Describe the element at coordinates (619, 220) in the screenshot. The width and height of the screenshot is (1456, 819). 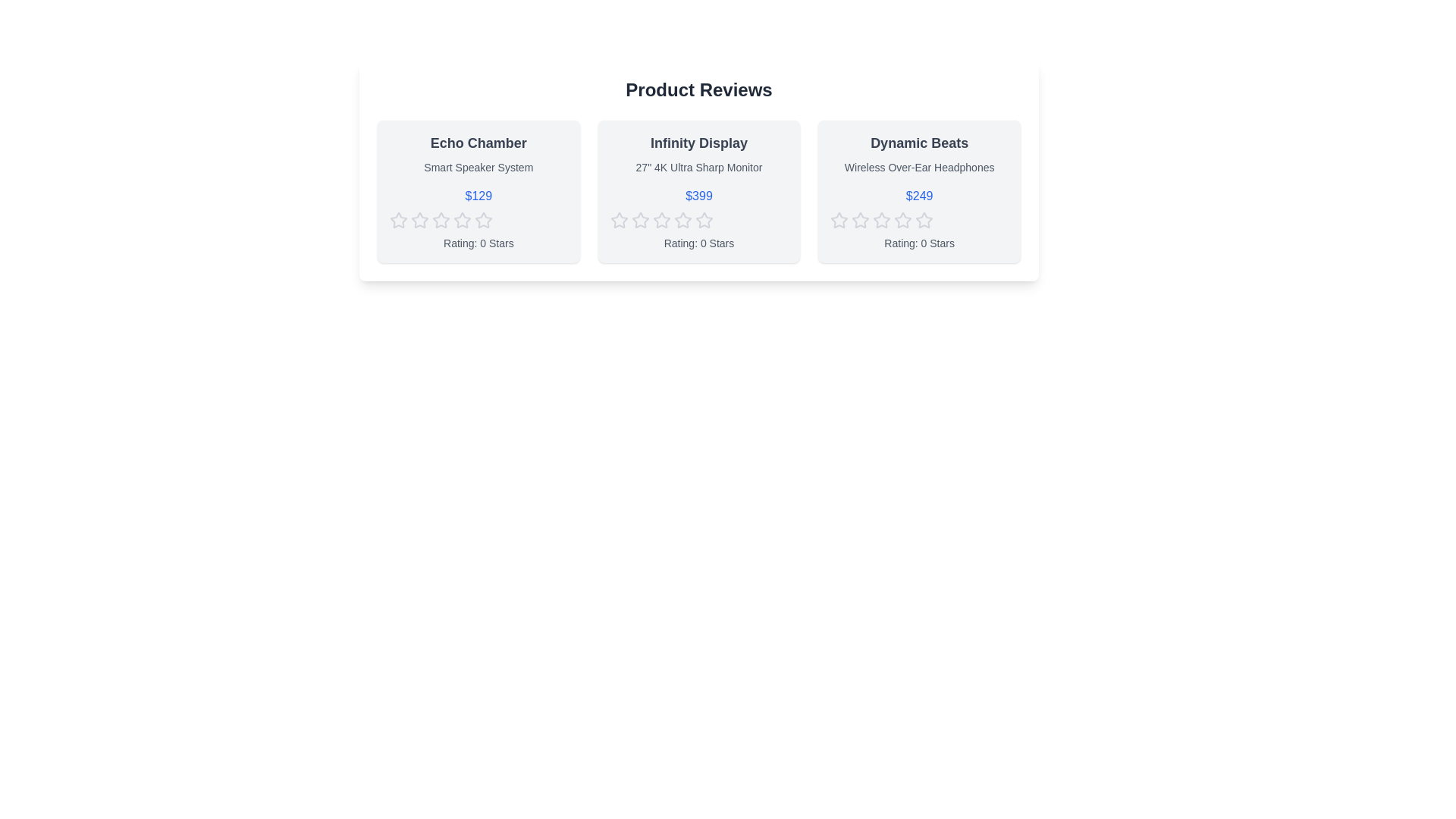
I see `the first star-shaped icon in the rating component for 'Infinity Display' to rate the product` at that location.